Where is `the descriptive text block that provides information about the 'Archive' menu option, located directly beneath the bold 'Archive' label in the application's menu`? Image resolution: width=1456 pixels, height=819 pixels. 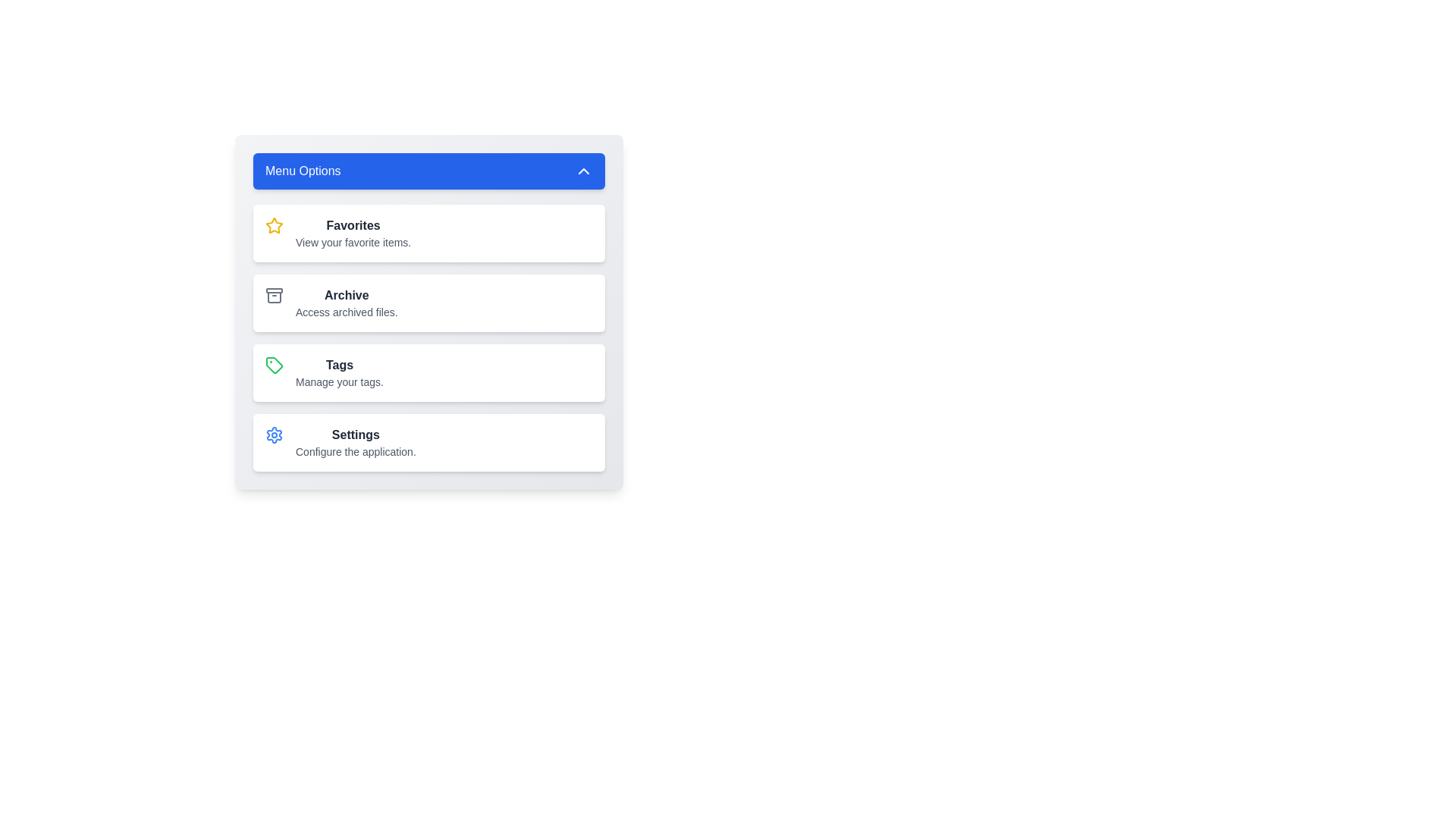
the descriptive text block that provides information about the 'Archive' menu option, located directly beneath the bold 'Archive' label in the application's menu is located at coordinates (346, 312).